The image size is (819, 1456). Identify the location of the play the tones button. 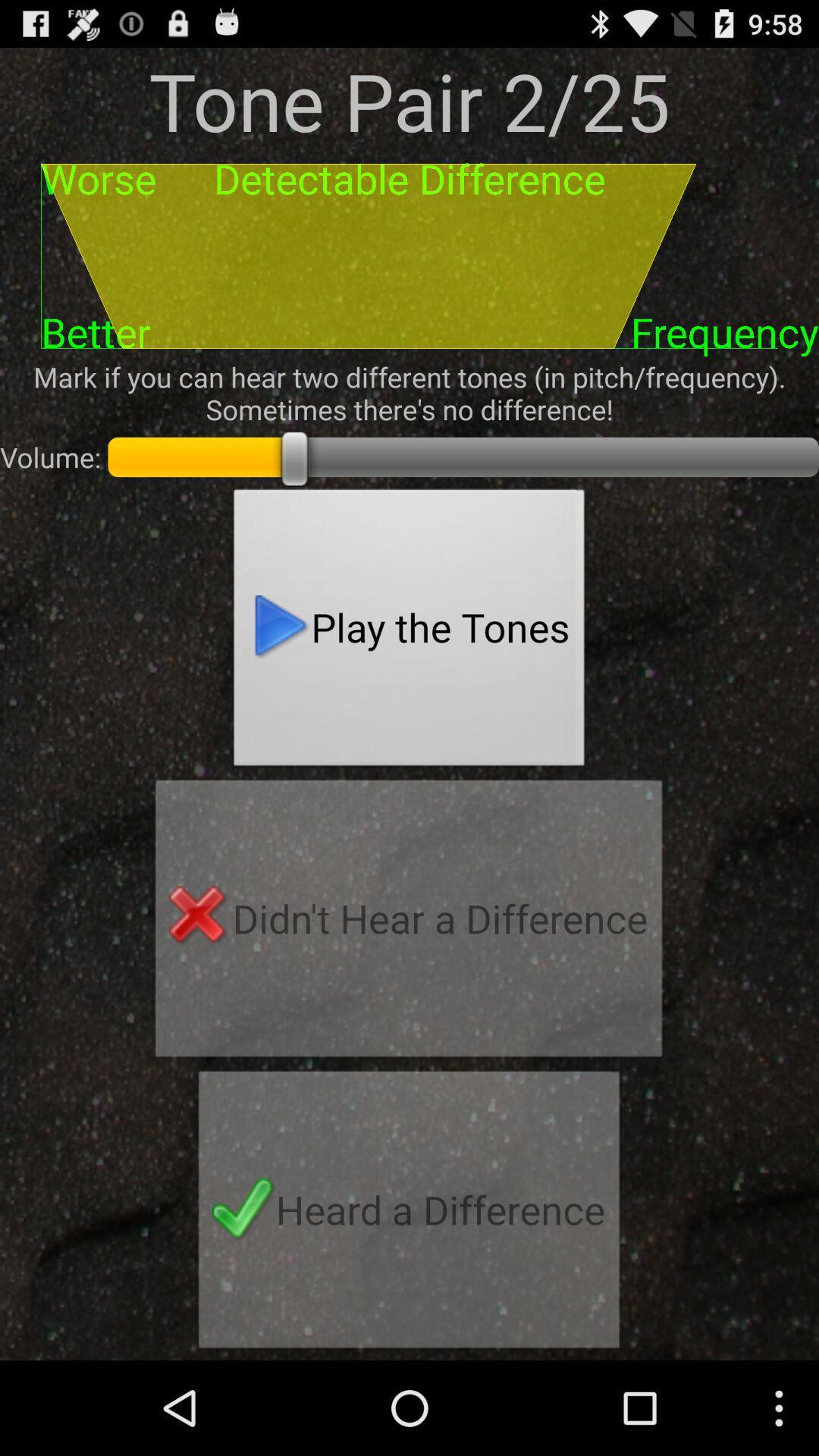
(409, 632).